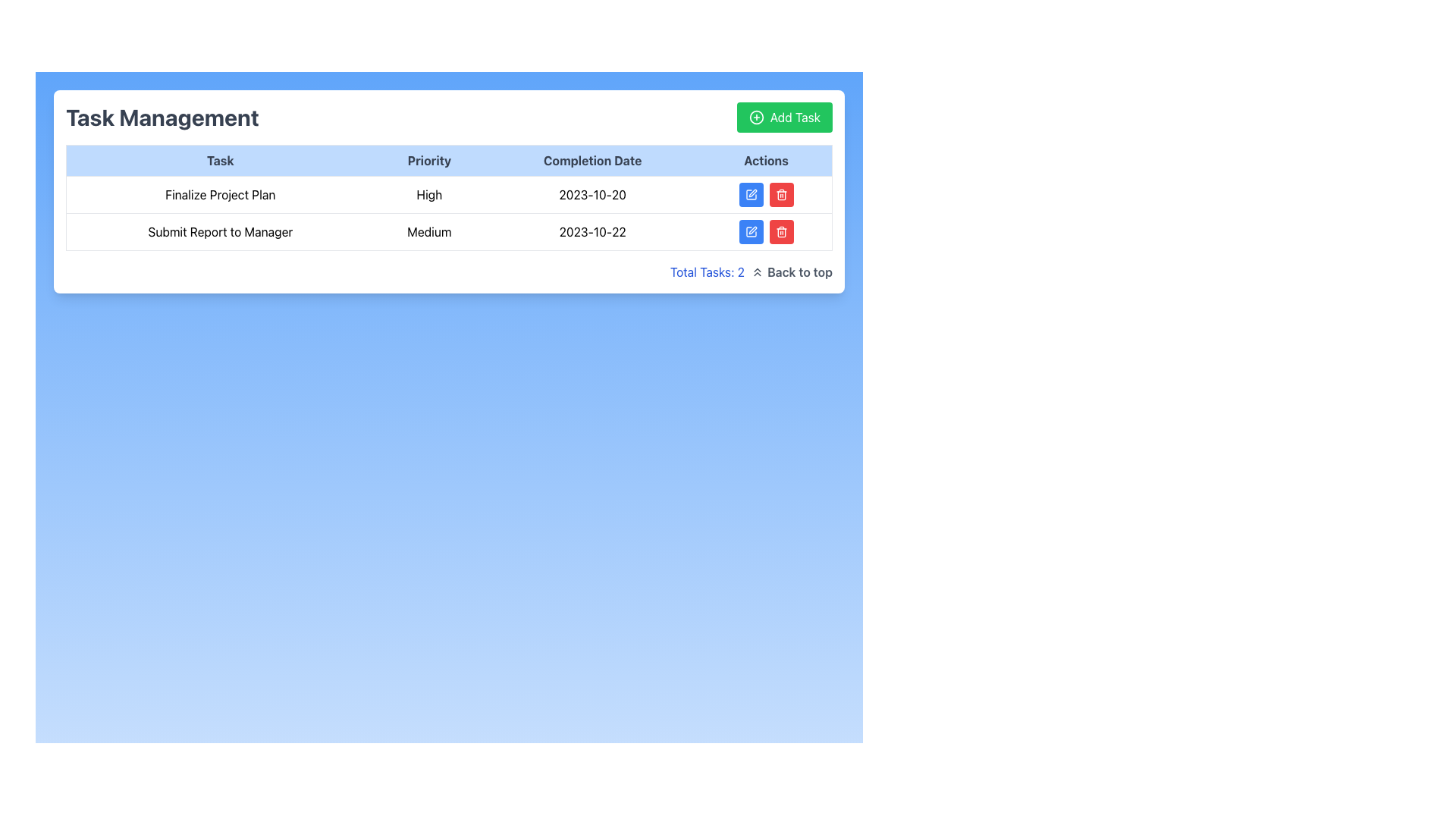 The image size is (1456, 819). Describe the element at coordinates (781, 194) in the screenshot. I see `the delete button in the 'Actions' column of the table` at that location.